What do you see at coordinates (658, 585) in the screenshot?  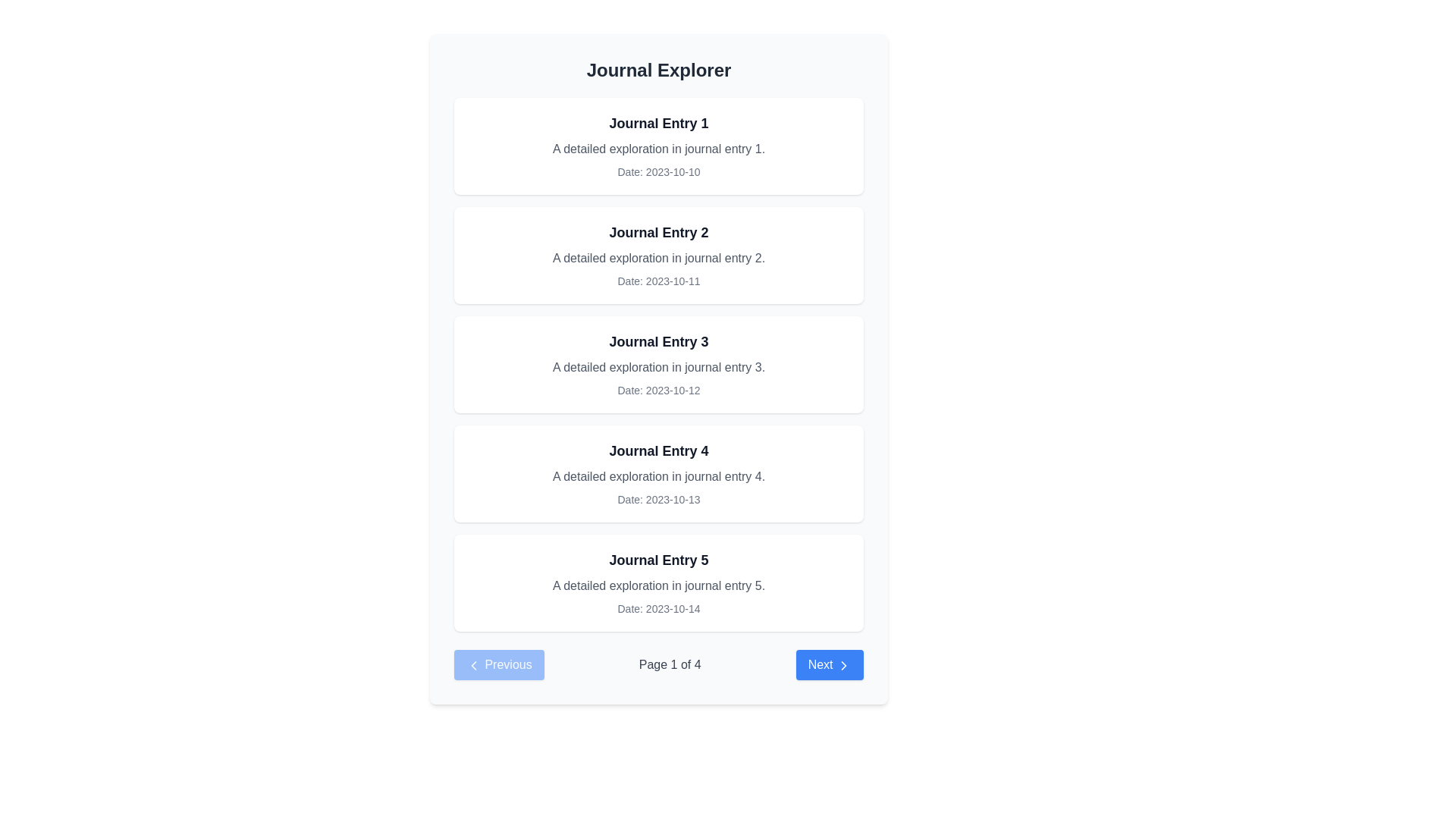 I see `textual description 'A detailed exploration in journal entry 5.' which is the second line of text in the card titled 'Journal Entry 5'` at bounding box center [658, 585].